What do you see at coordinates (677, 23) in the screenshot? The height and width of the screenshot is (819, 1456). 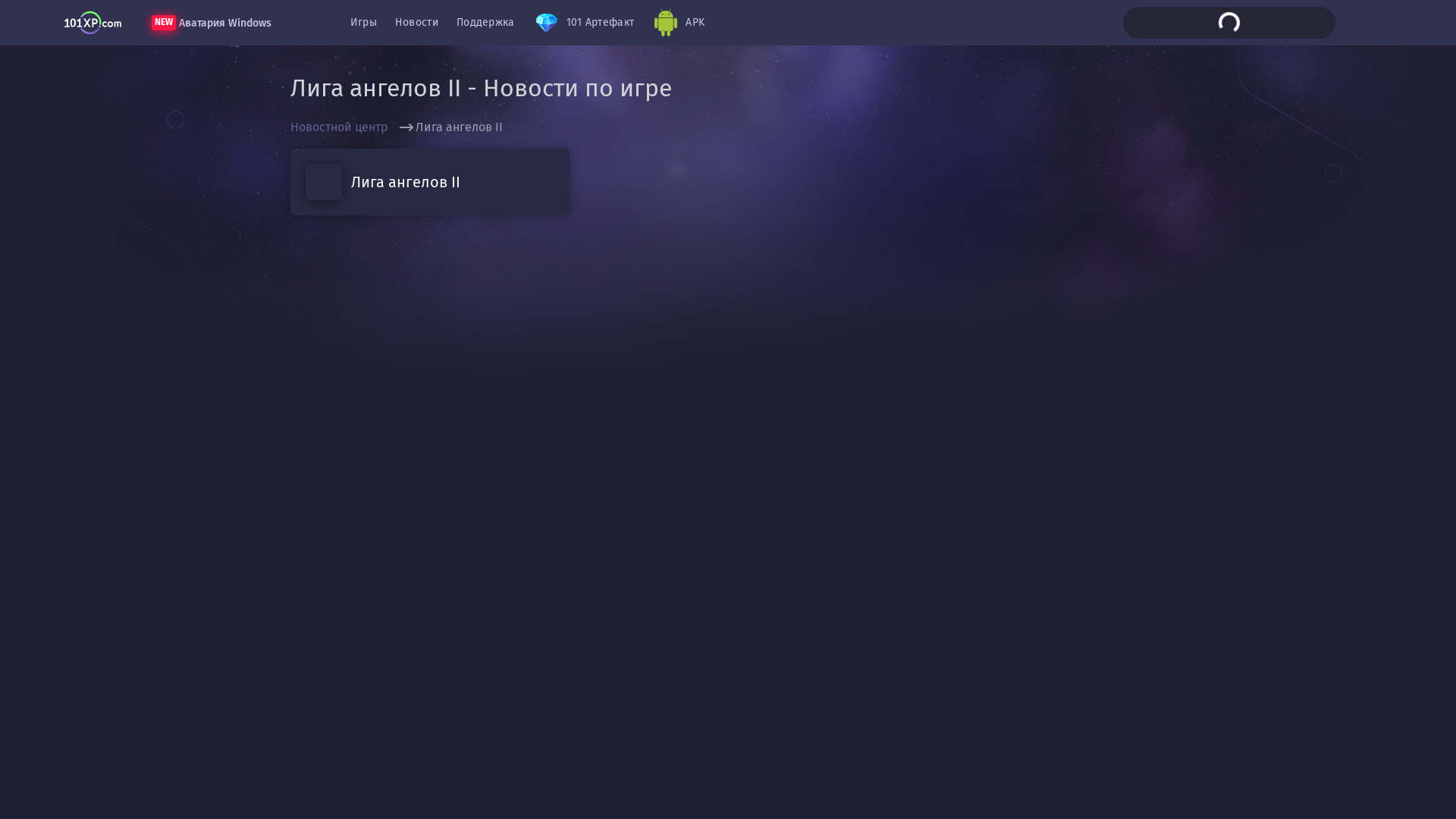 I see `'APK'` at bounding box center [677, 23].